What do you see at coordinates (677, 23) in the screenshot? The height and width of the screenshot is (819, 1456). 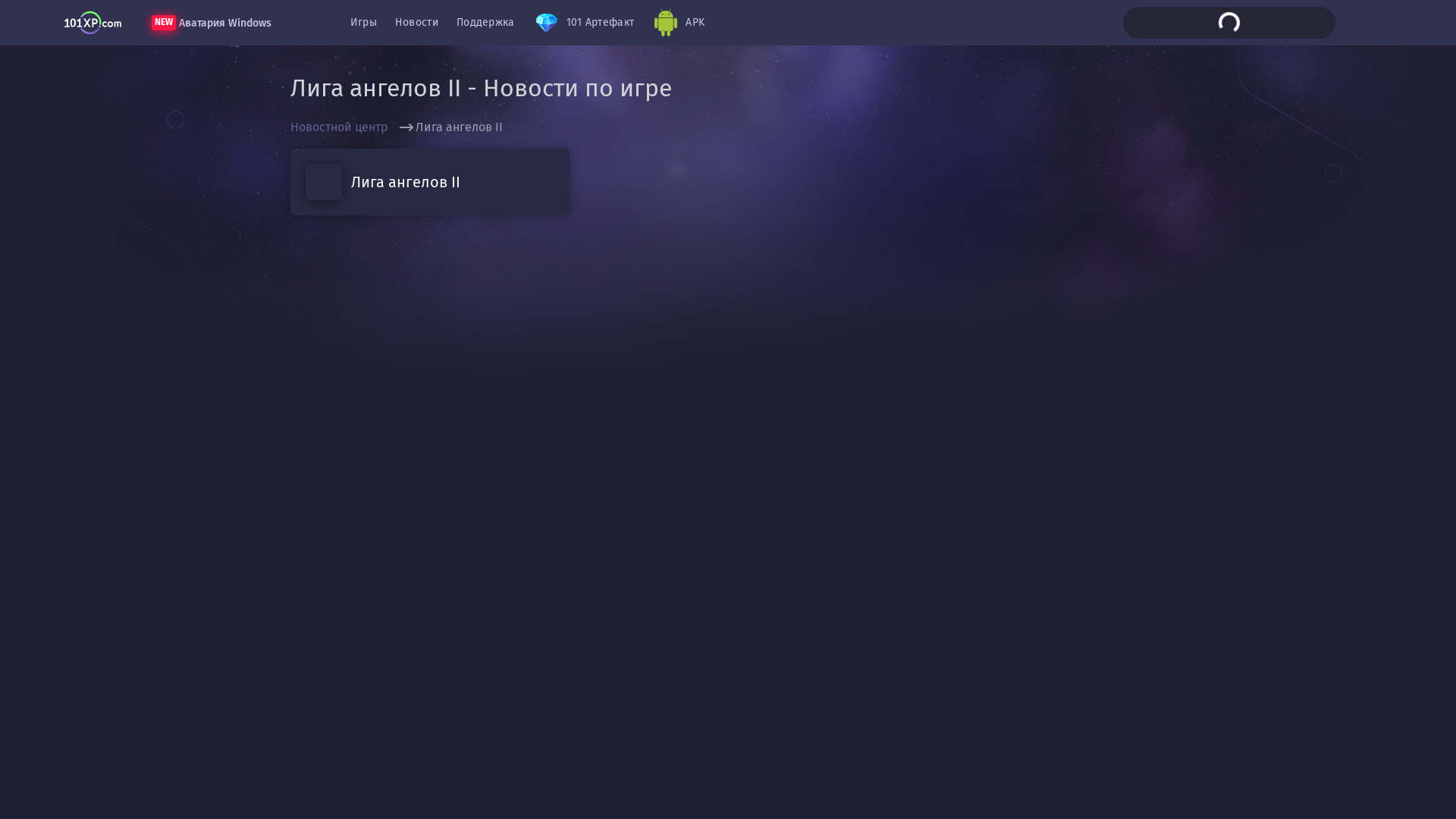 I see `'APK'` at bounding box center [677, 23].